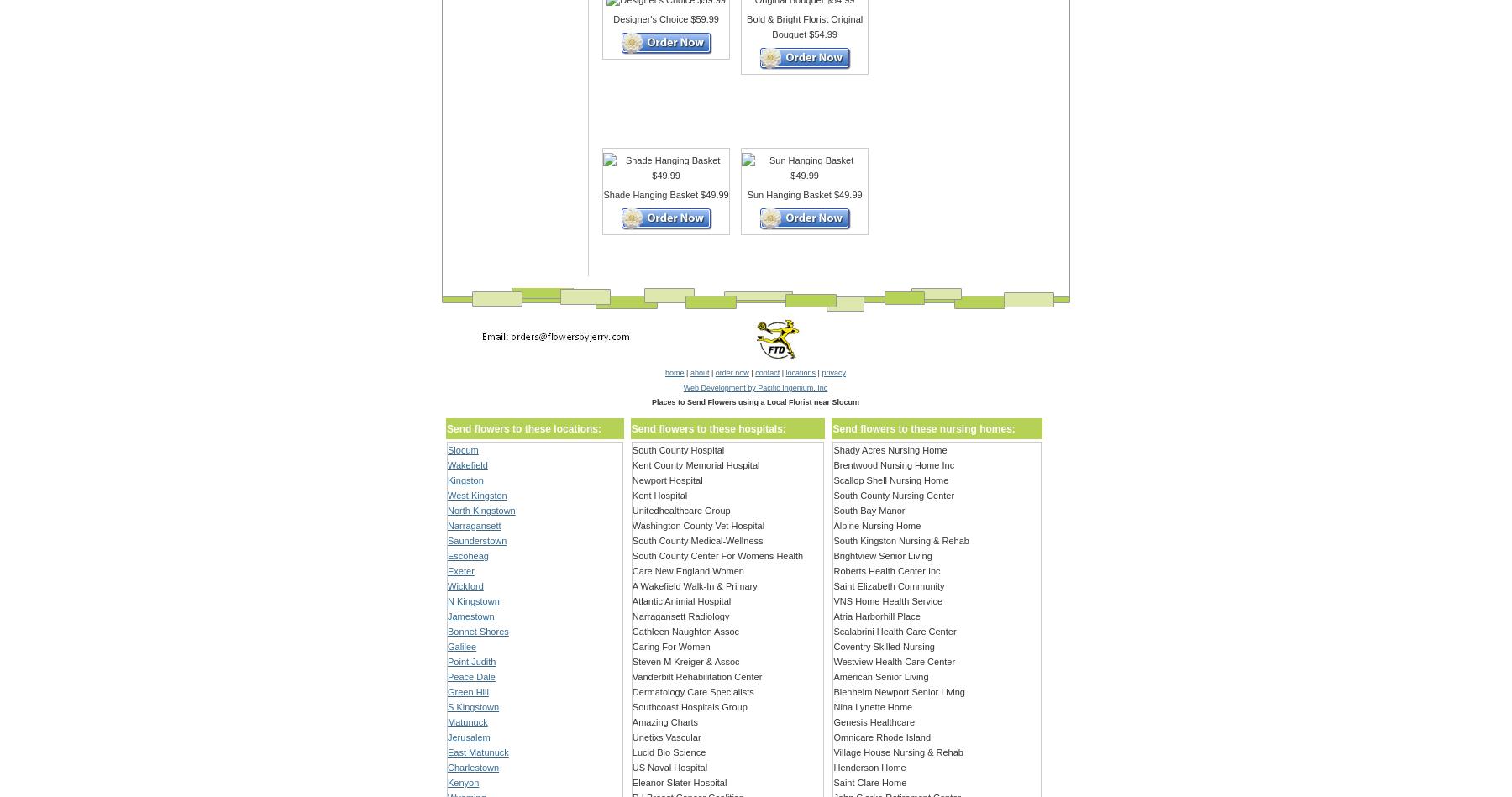  I want to click on 'Wickford', so click(465, 585).